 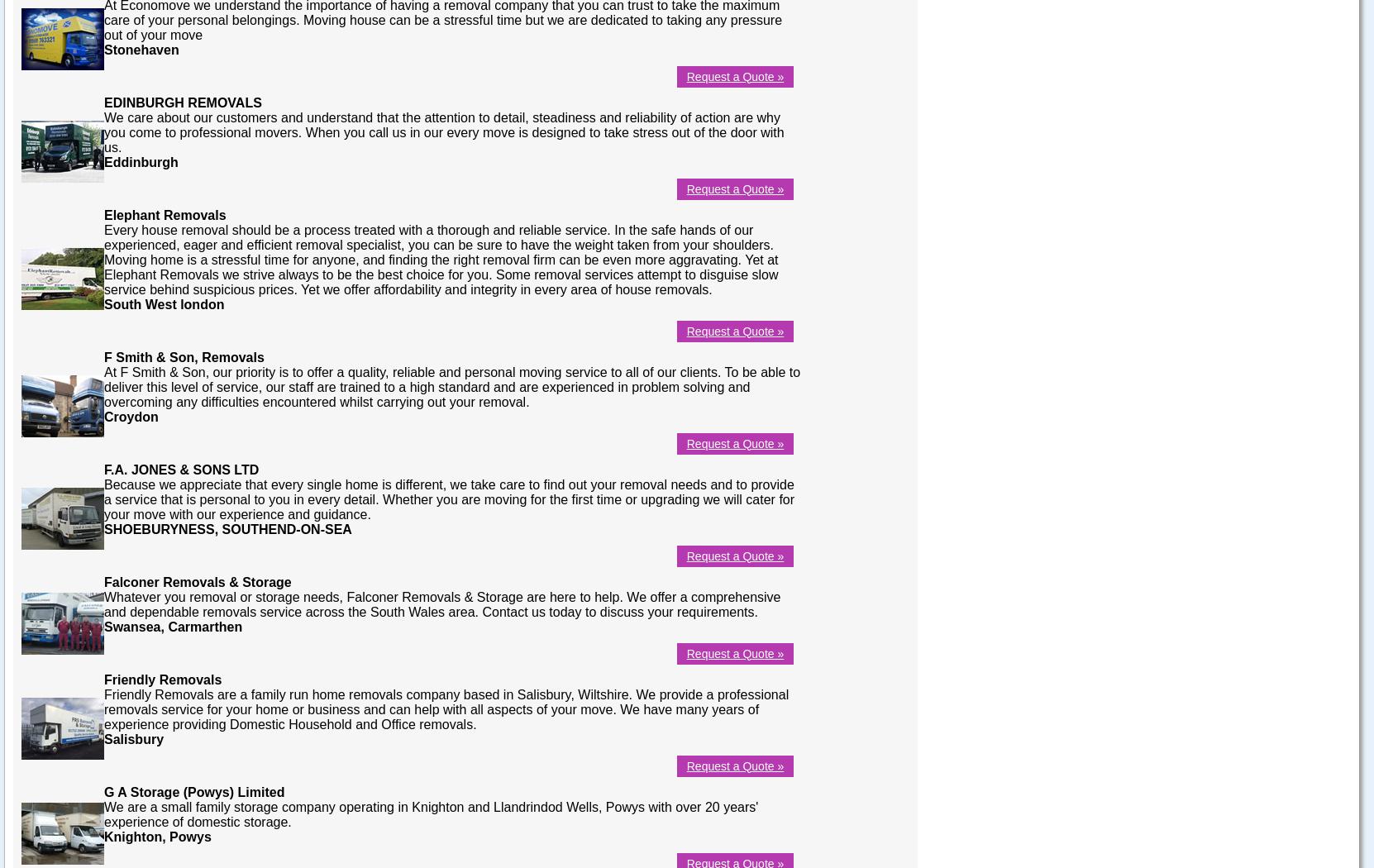 What do you see at coordinates (140, 160) in the screenshot?
I see `'Eddinburgh'` at bounding box center [140, 160].